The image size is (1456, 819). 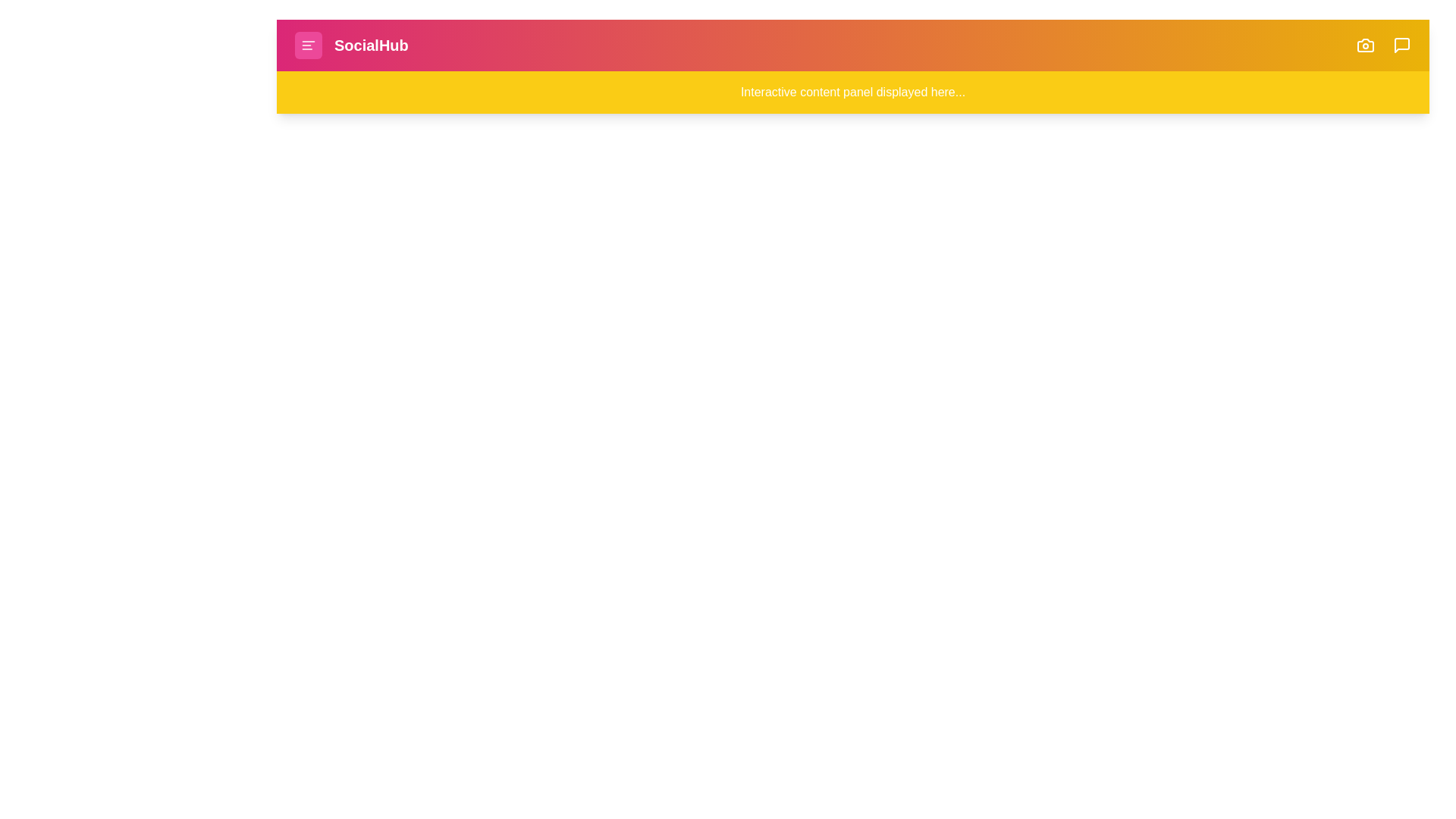 I want to click on the button with the AlignLeft icon to toggle the side menu visibility, so click(x=308, y=45).